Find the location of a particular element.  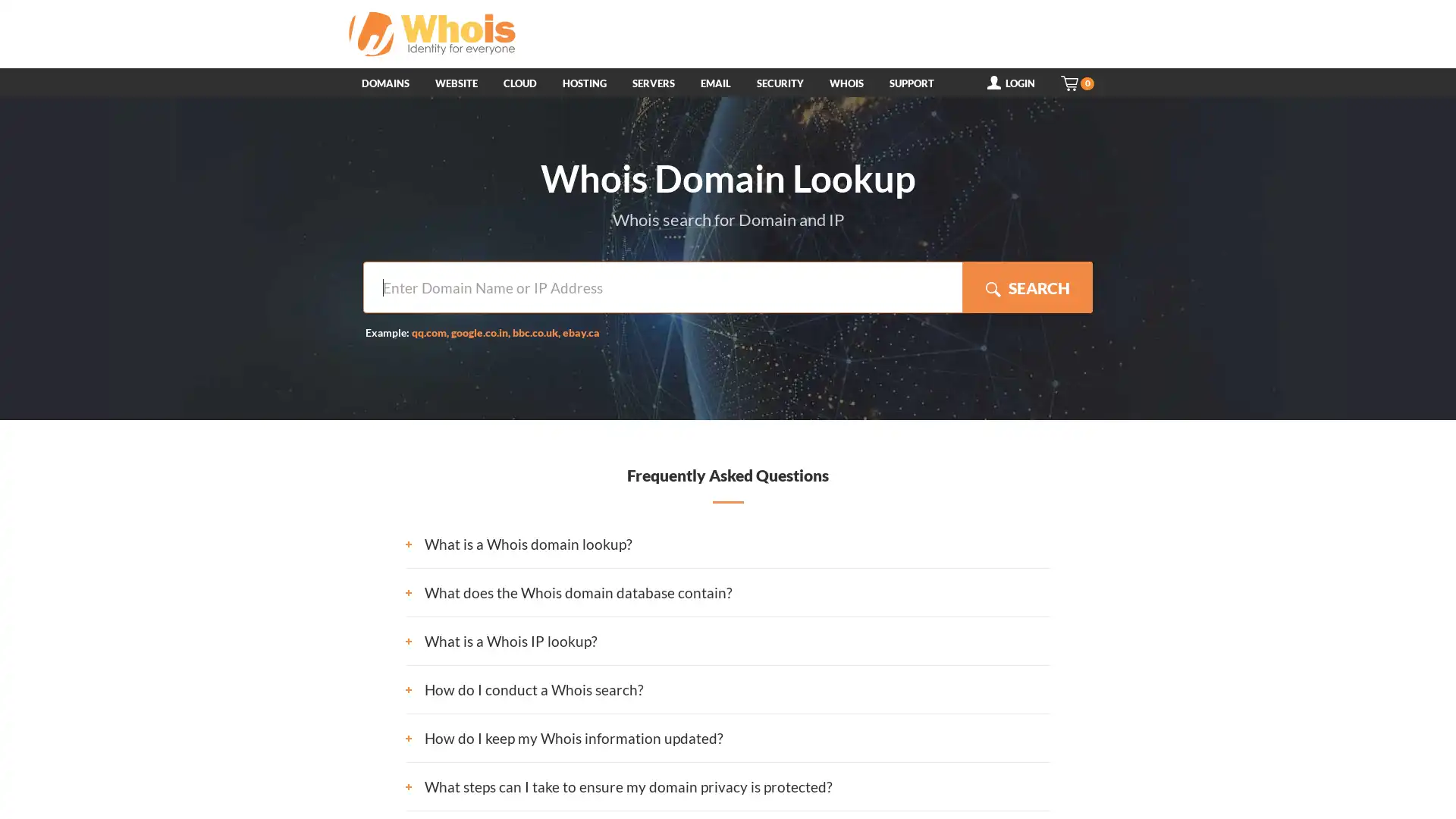

SEARCH is located at coordinates (1027, 287).